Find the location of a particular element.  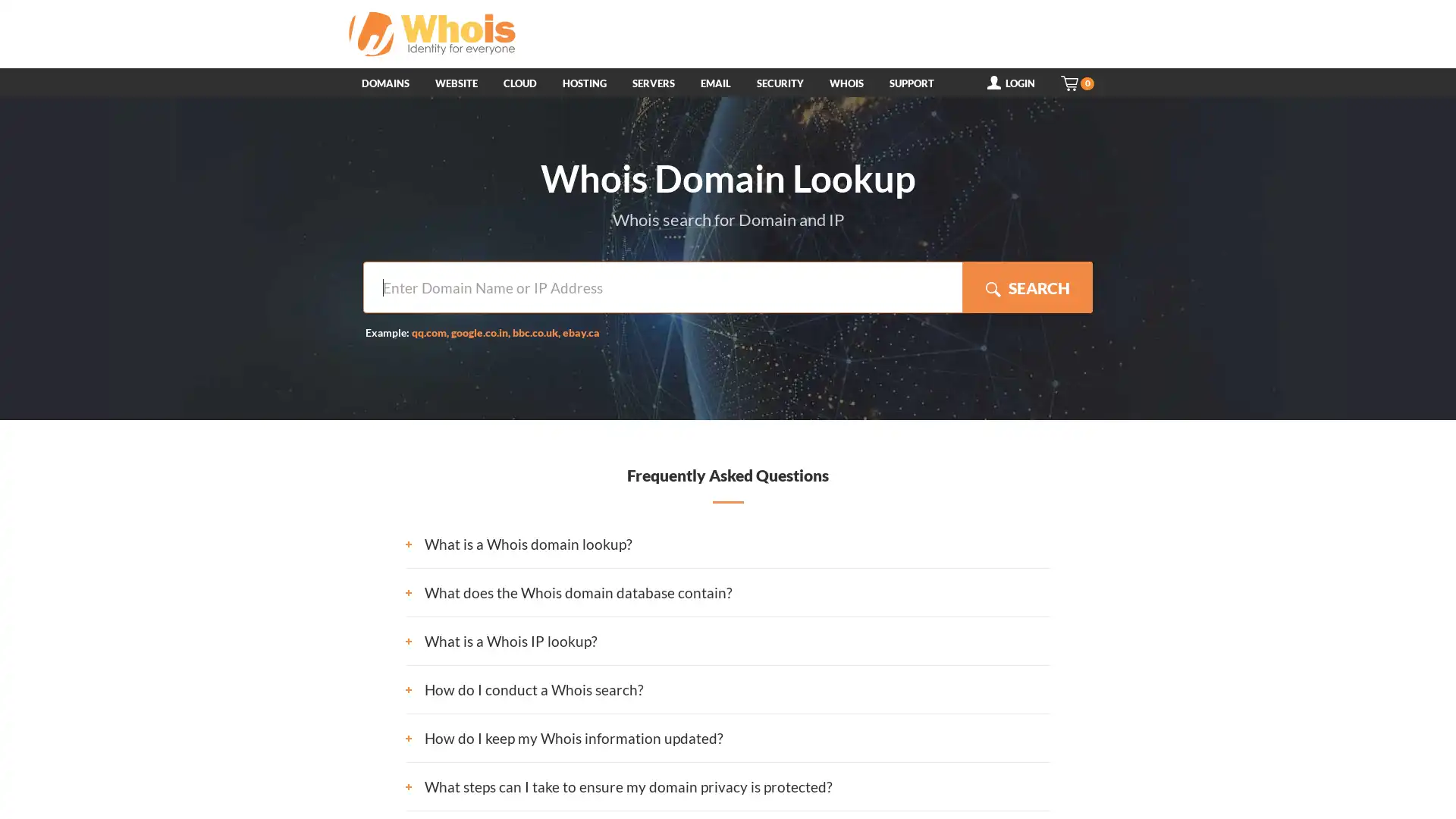

SEARCH is located at coordinates (1027, 287).